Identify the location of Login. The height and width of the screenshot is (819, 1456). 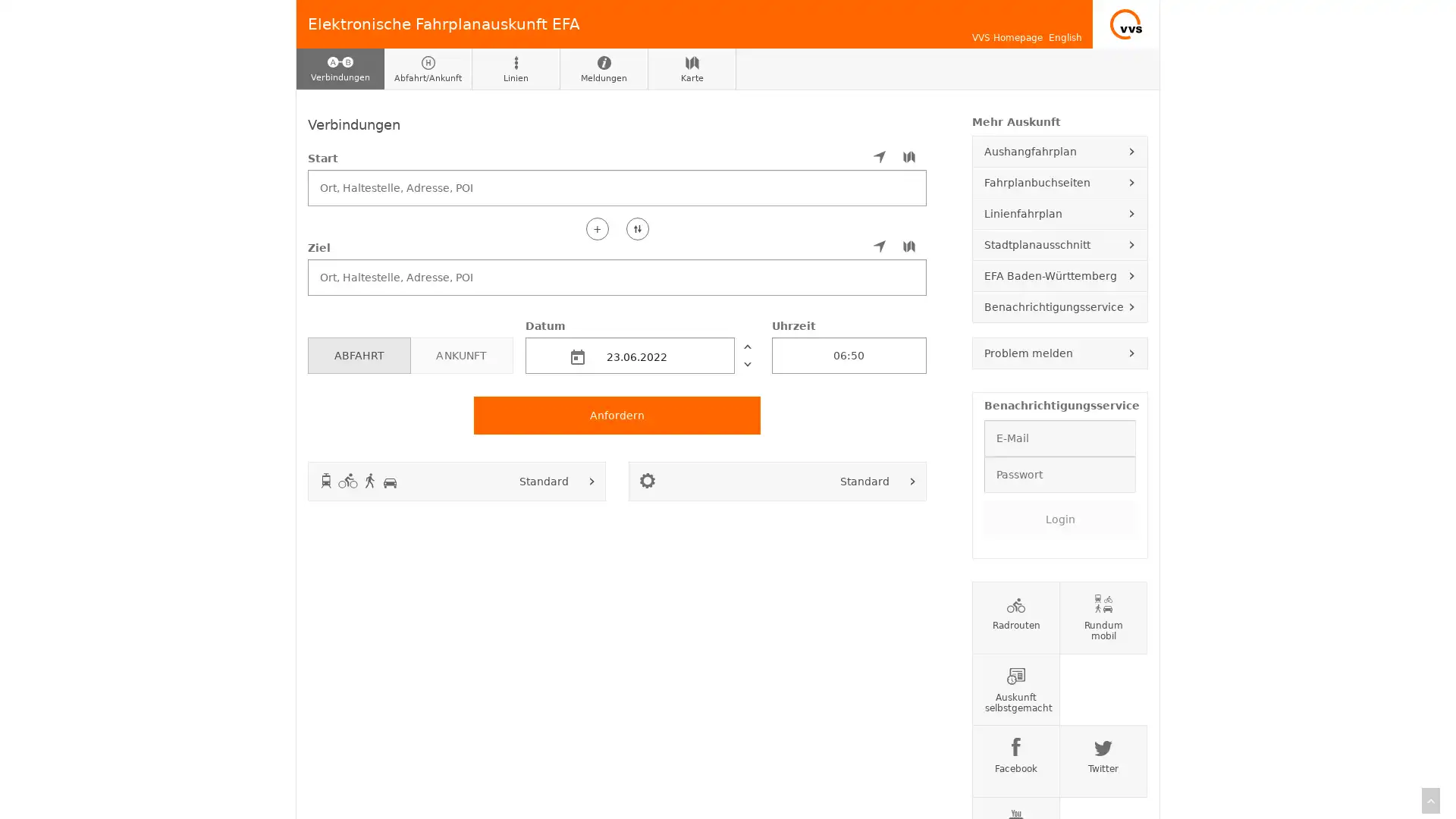
(1059, 517).